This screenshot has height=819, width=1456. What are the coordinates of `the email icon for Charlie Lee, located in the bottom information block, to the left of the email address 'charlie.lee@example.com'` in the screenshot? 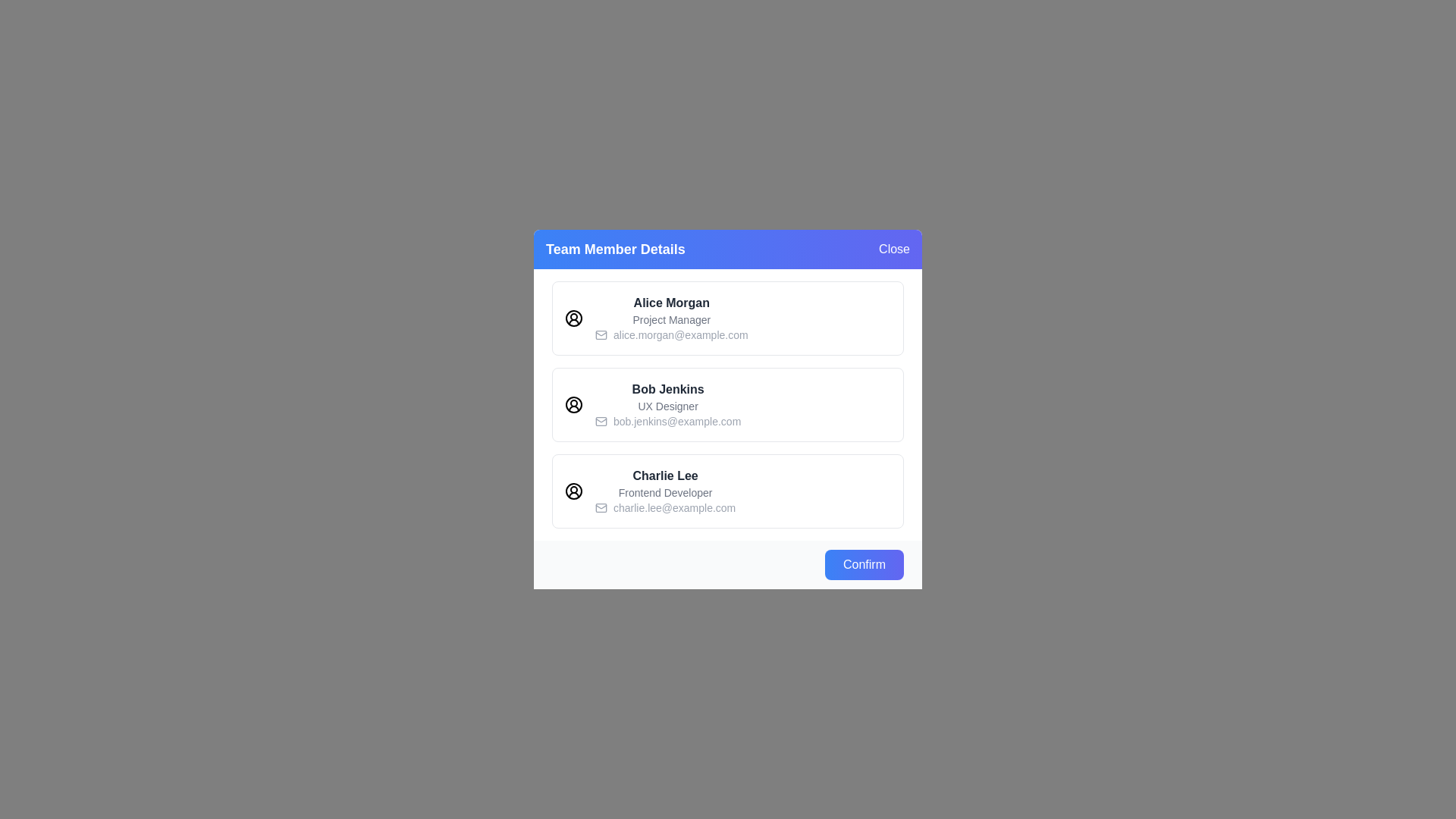 It's located at (600, 508).